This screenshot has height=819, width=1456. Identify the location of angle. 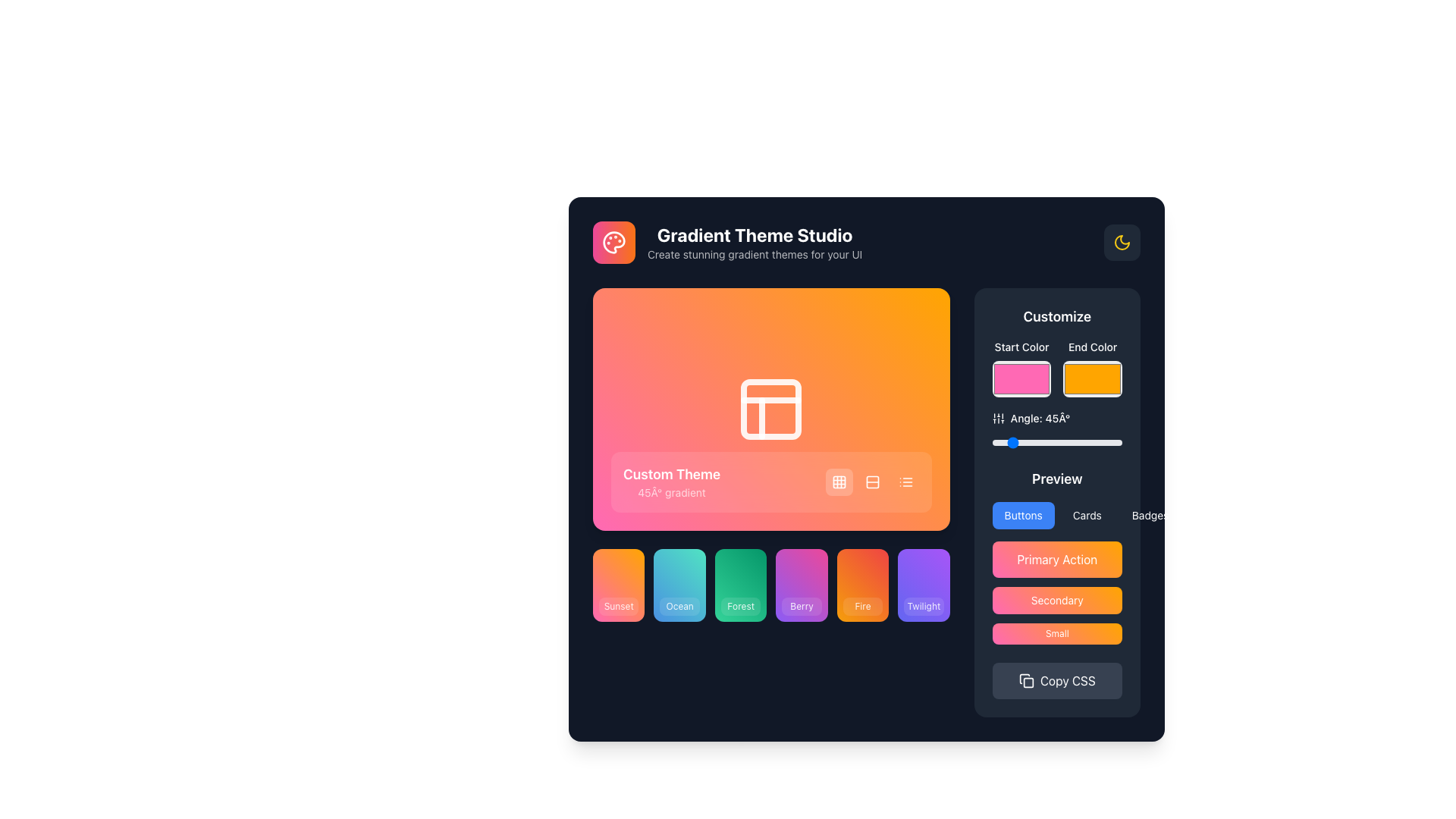
(1103, 442).